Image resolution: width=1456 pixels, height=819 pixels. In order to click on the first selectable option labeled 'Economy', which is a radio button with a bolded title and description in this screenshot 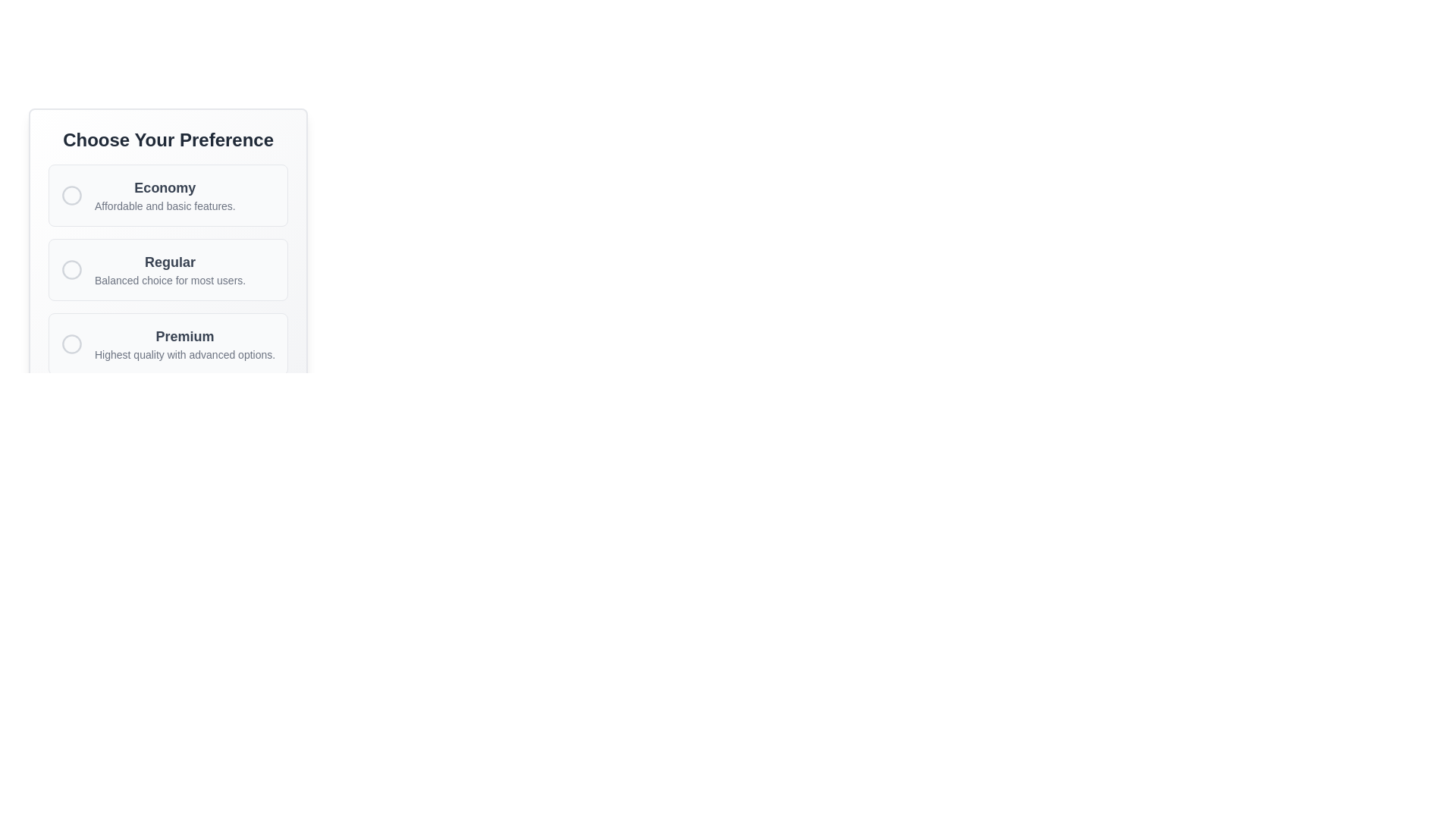, I will do `click(168, 195)`.